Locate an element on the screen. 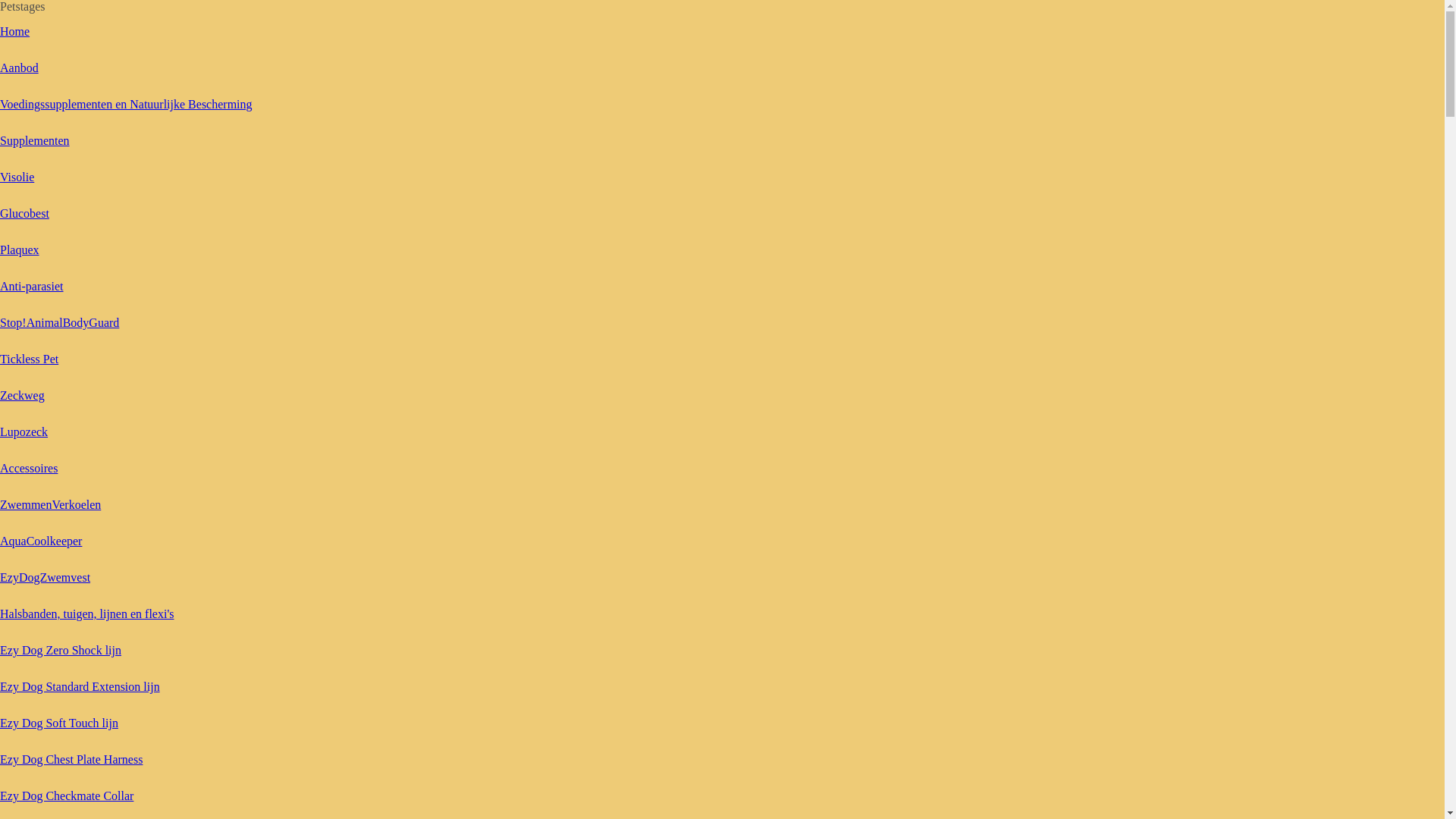 The width and height of the screenshot is (1456, 819). 'Accessoires' is located at coordinates (29, 467).